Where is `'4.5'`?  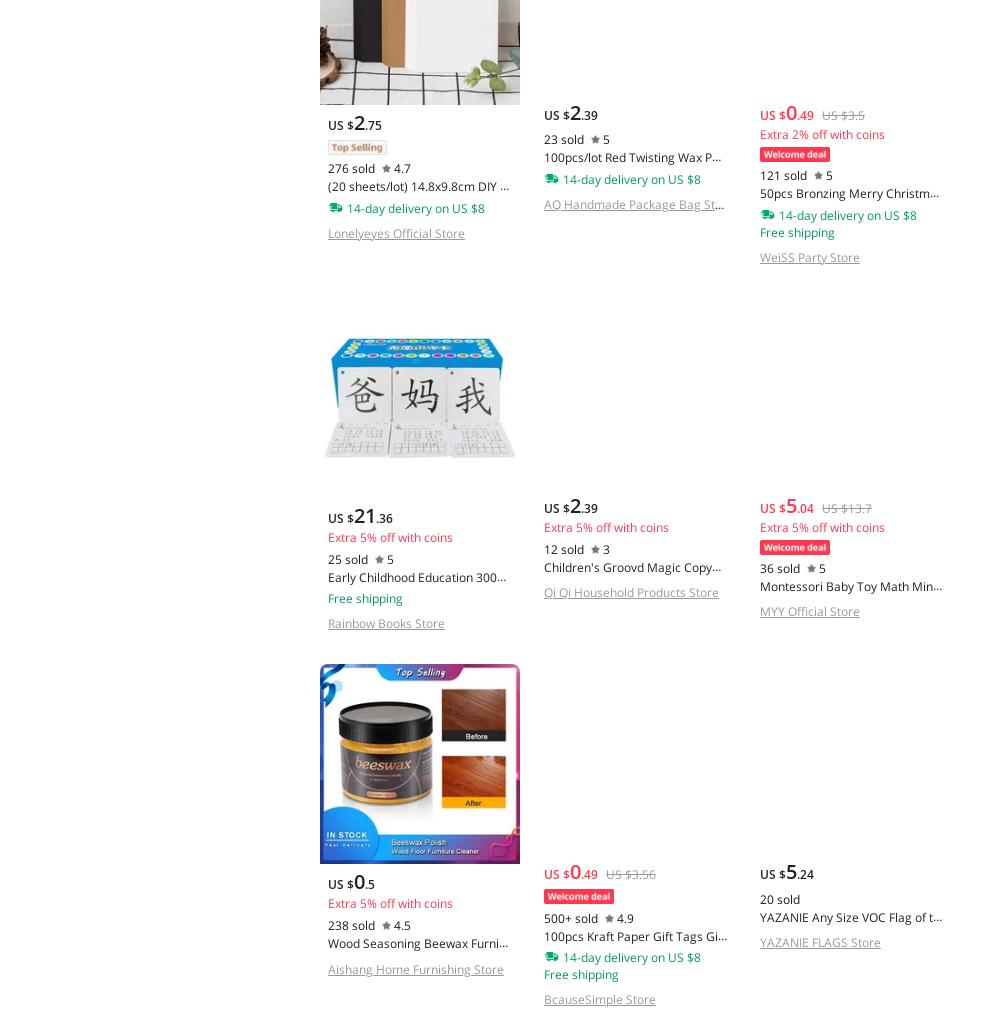 '4.5' is located at coordinates (402, 924).